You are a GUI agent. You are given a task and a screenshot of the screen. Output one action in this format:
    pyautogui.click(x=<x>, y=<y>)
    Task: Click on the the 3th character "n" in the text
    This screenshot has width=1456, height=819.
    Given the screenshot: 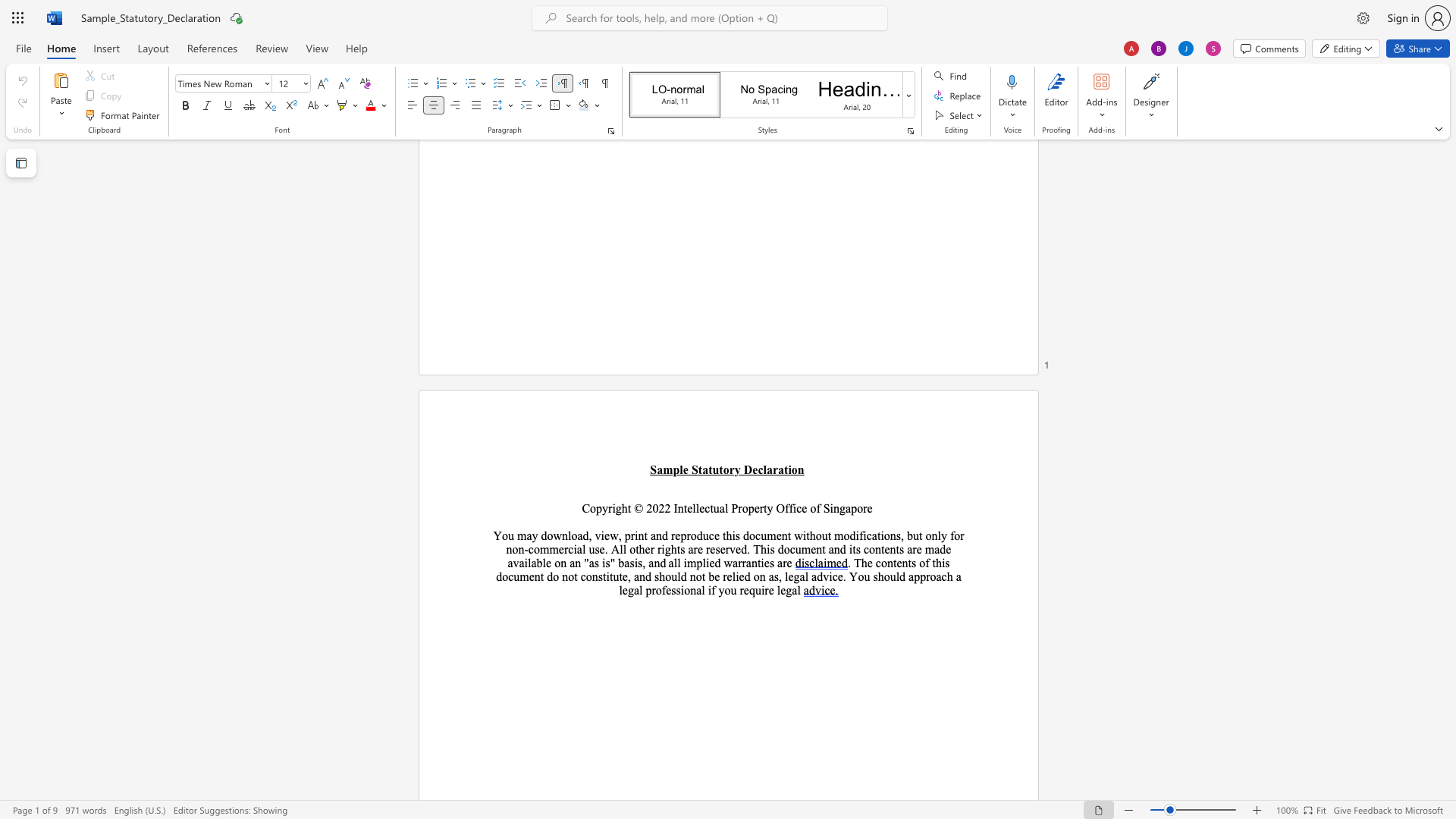 What is the action you would take?
    pyautogui.click(x=537, y=576)
    